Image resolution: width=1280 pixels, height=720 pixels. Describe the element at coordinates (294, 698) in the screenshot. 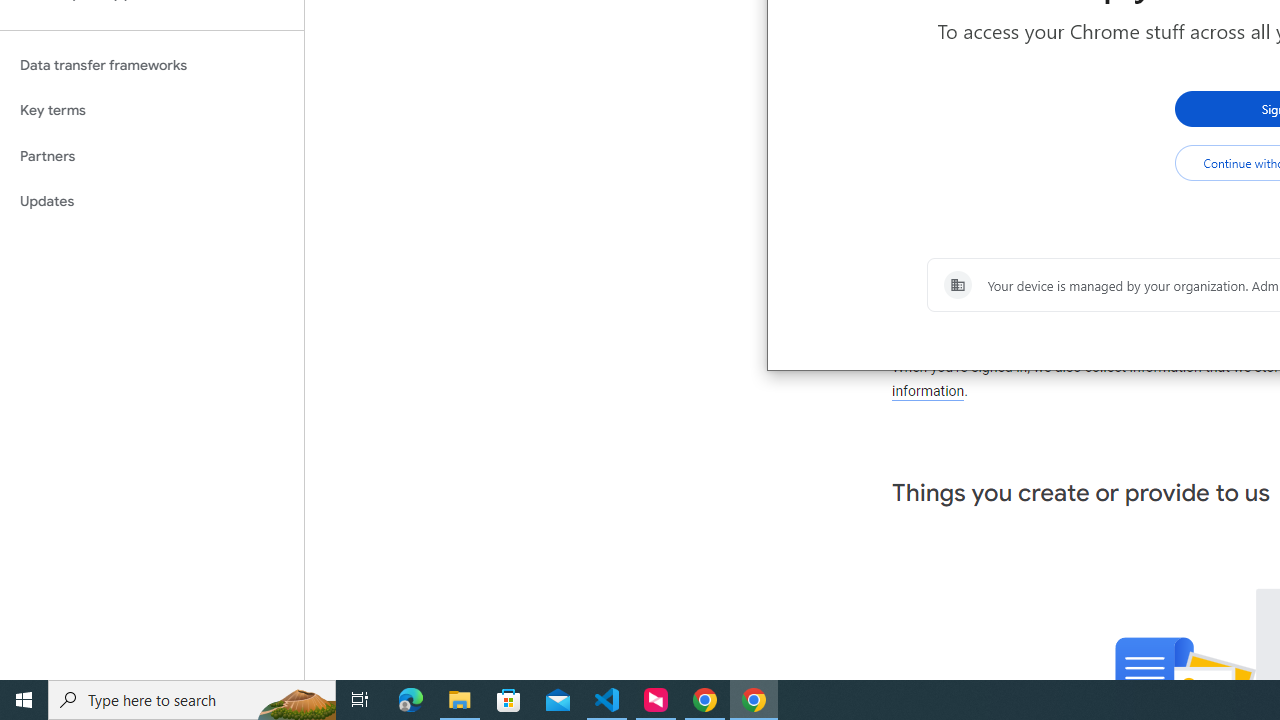

I see `'Search highlights icon opens search home window'` at that location.